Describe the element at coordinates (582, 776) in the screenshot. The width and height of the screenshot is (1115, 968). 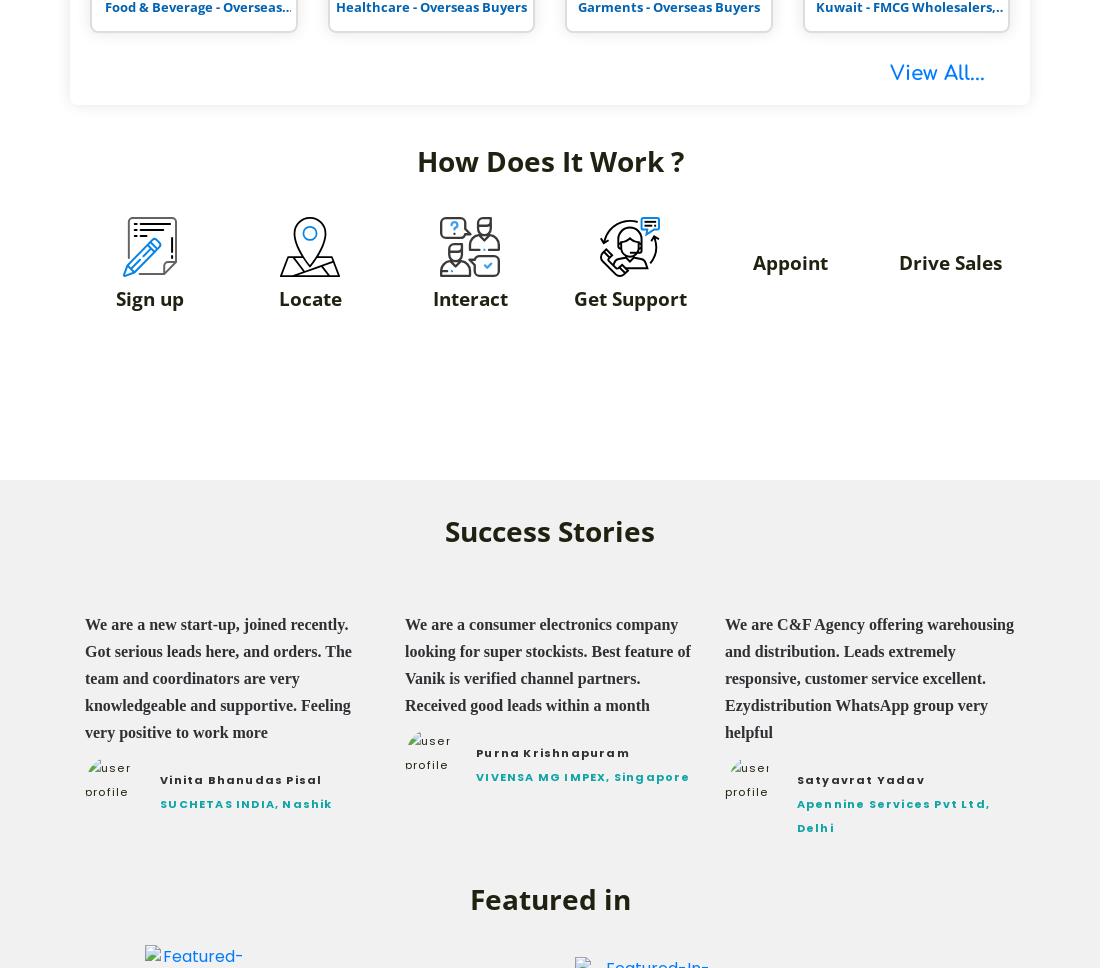
I see `'VIVENSA MG IMPEX, Singapore'` at that location.